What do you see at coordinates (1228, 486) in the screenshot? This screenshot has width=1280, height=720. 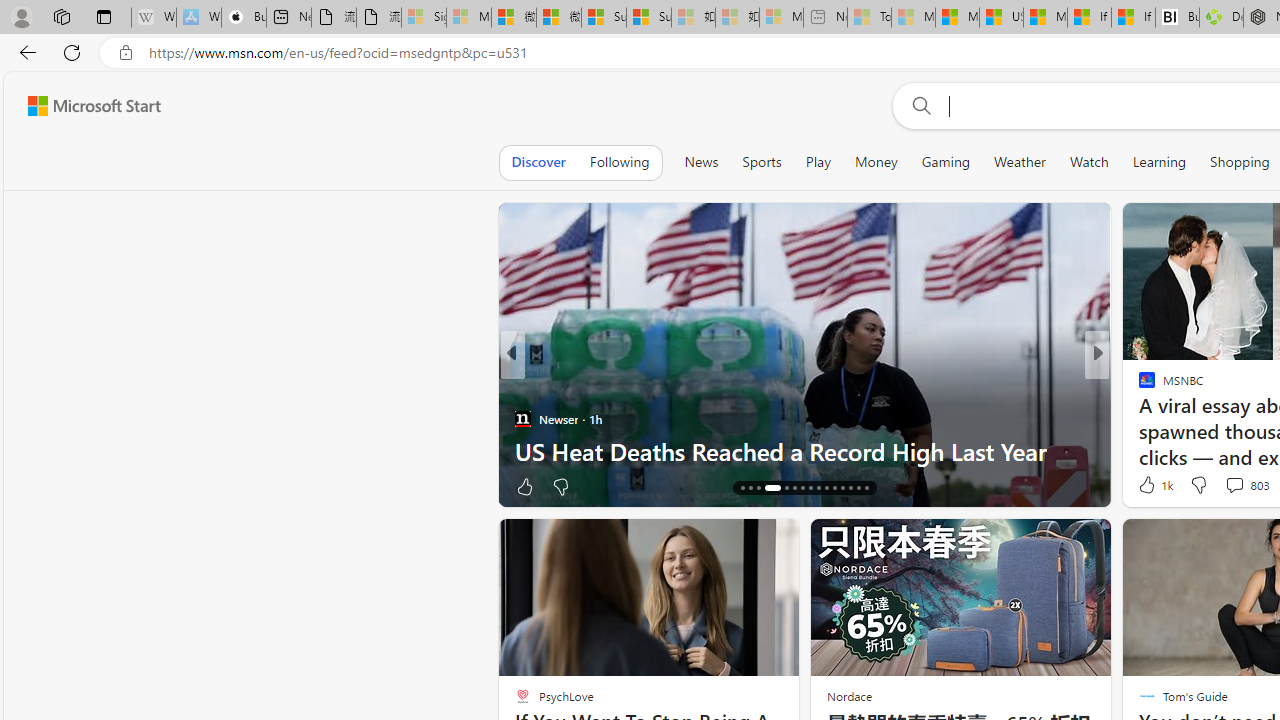 I see `'View comments 2 Comment'` at bounding box center [1228, 486].